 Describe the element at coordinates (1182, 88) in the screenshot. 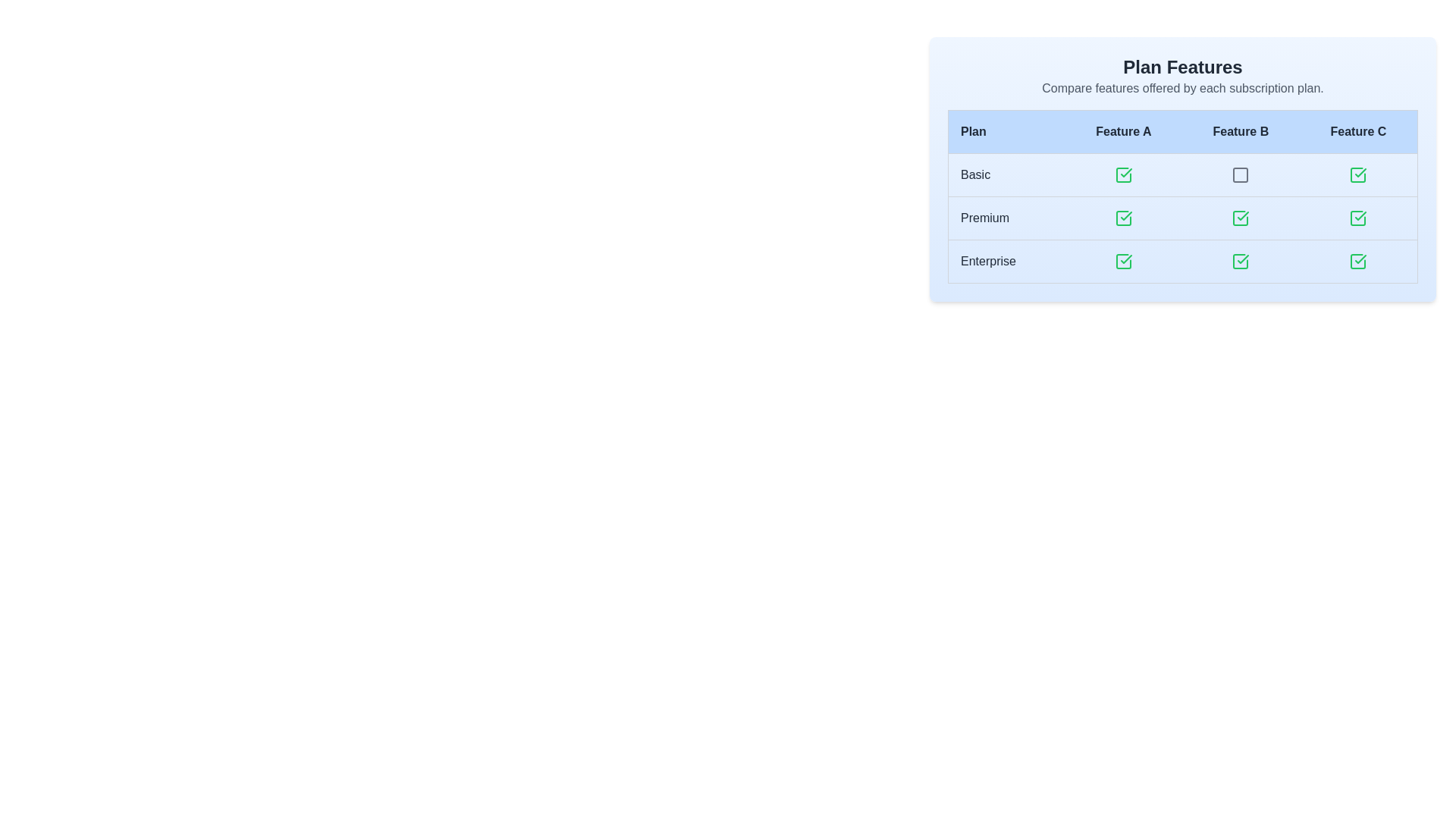

I see `the text displaying 'Compare features offered by each subscription plan.' which is located below the heading 'Plan Features' in the table header` at that location.